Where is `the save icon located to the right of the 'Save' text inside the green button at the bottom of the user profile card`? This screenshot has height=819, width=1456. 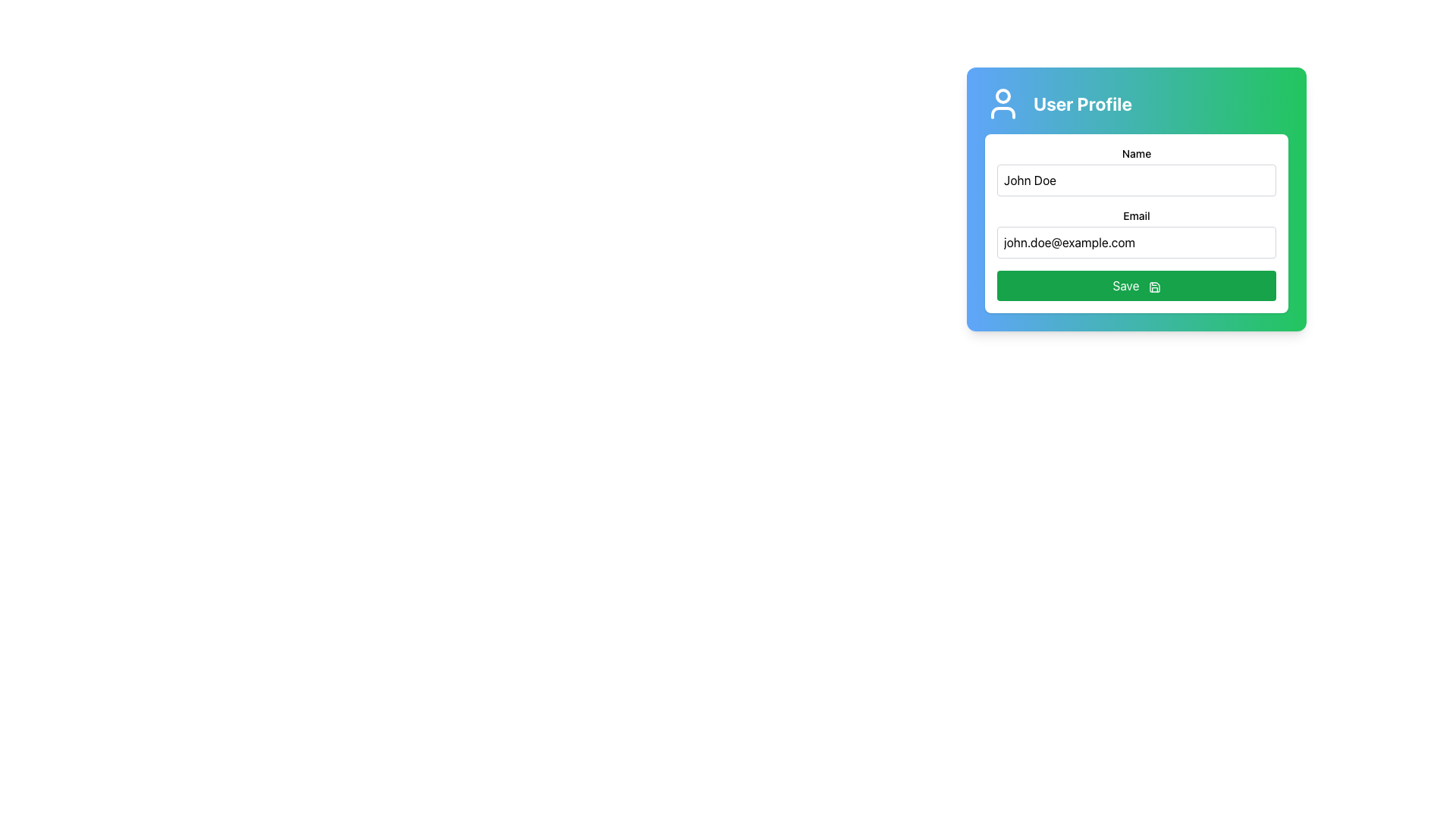
the save icon located to the right of the 'Save' text inside the green button at the bottom of the user profile card is located at coordinates (1153, 287).